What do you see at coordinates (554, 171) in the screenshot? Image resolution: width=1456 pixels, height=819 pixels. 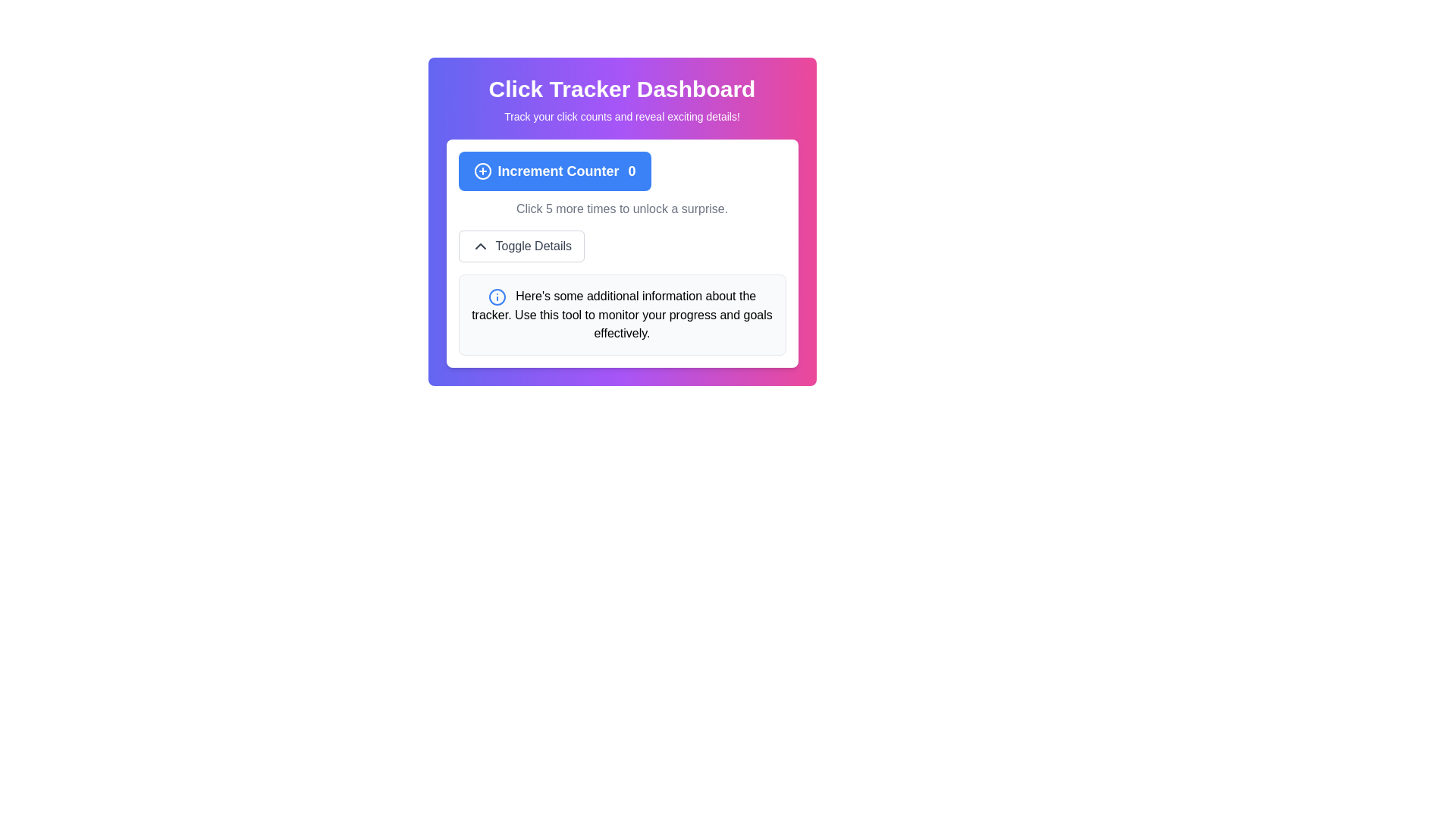 I see `the button located in the 'Click Tracker Dashboard' section` at bounding box center [554, 171].